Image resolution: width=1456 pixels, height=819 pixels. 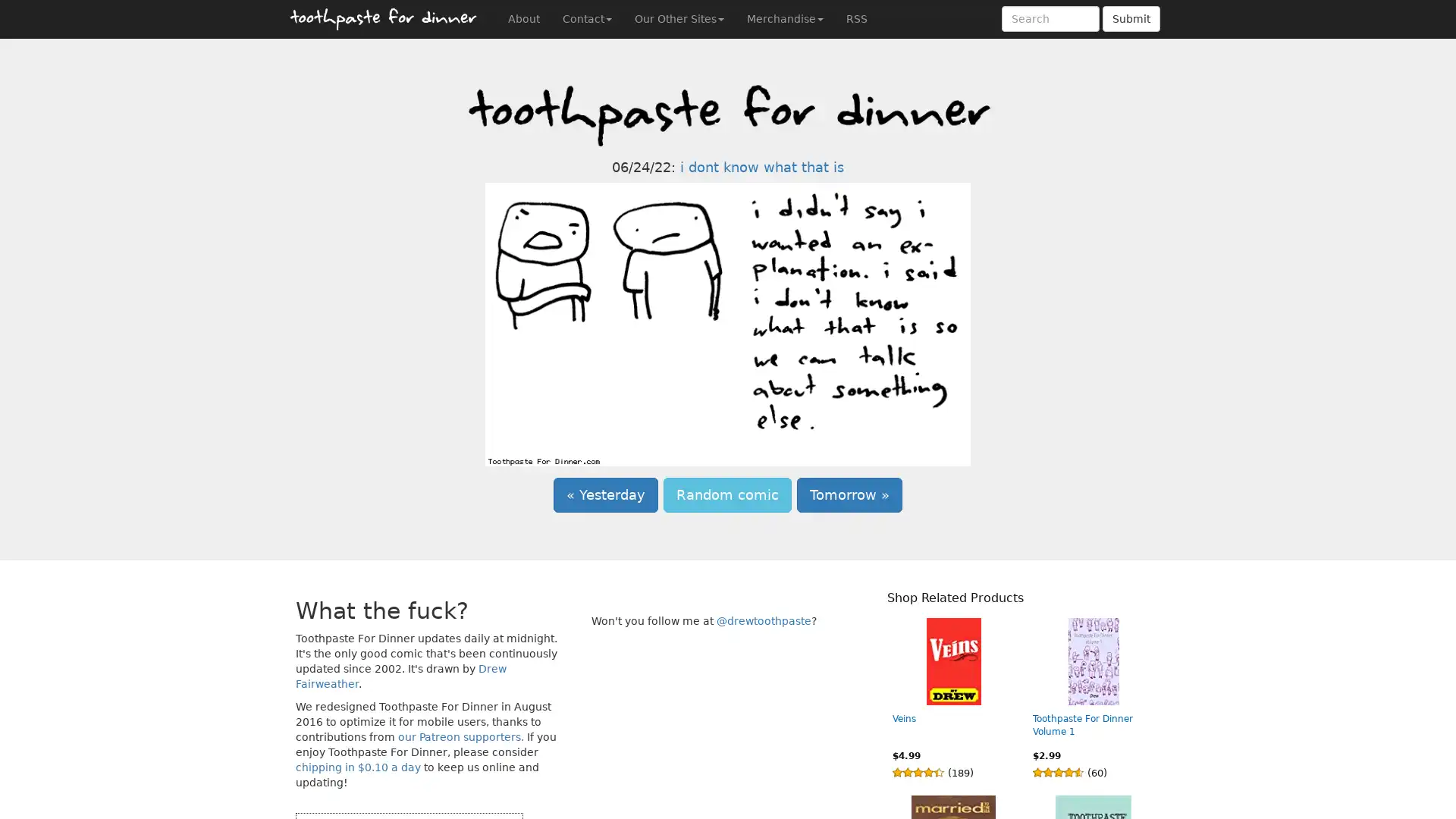 What do you see at coordinates (1131, 18) in the screenshot?
I see `Submit` at bounding box center [1131, 18].